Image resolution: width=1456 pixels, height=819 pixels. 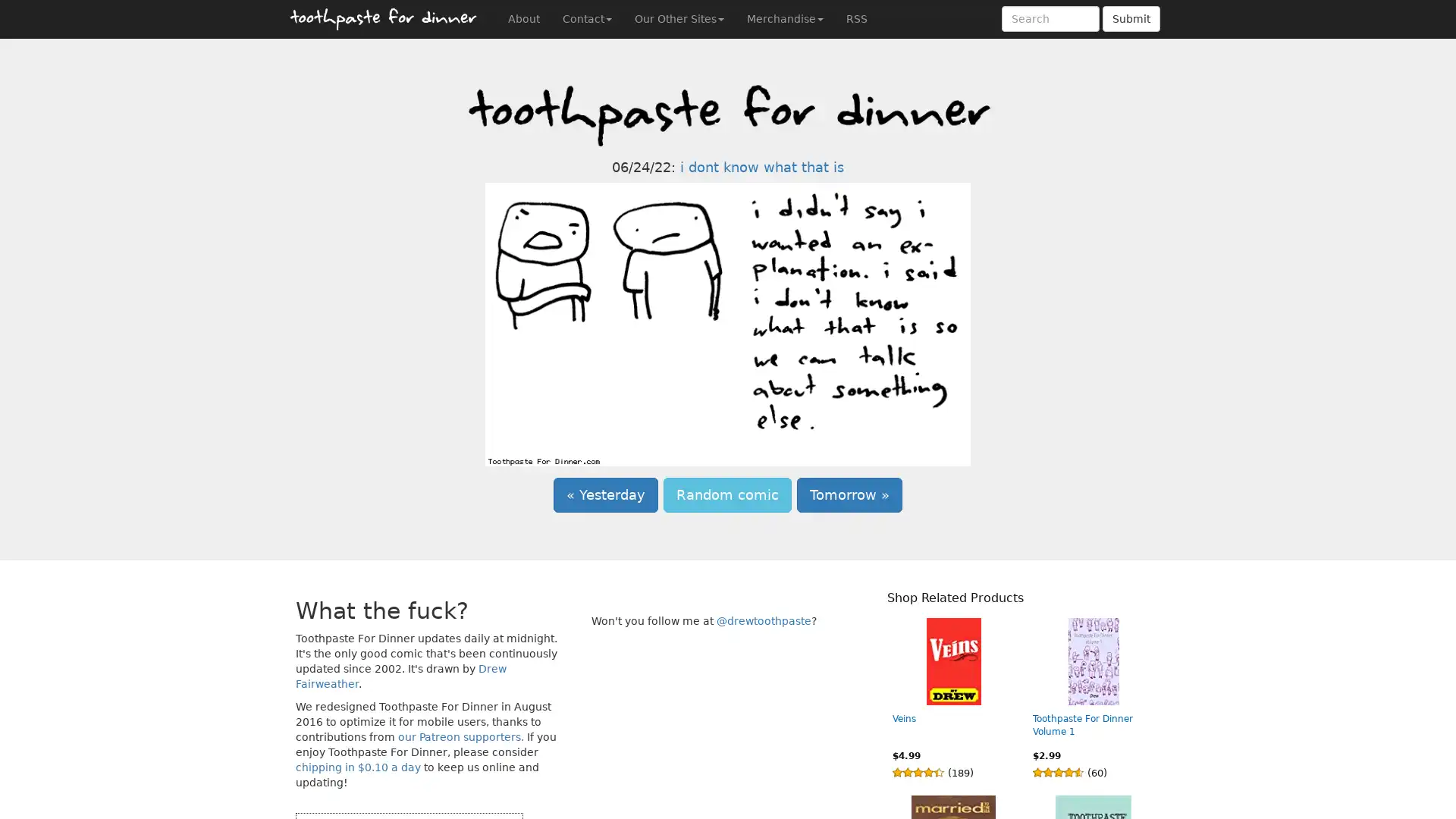 What do you see at coordinates (1131, 18) in the screenshot?
I see `Submit` at bounding box center [1131, 18].